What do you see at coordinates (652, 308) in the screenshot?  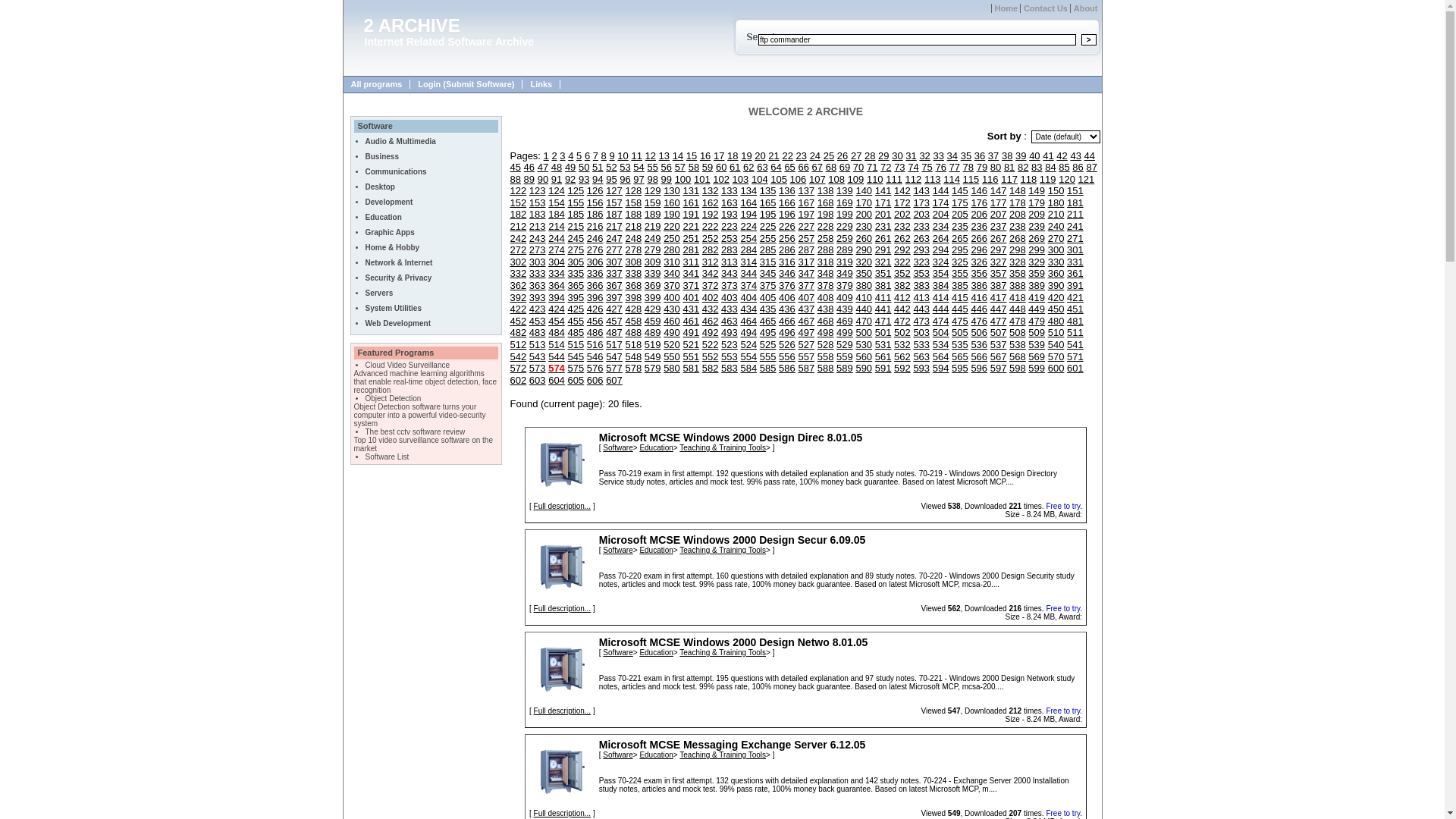 I see `'429'` at bounding box center [652, 308].